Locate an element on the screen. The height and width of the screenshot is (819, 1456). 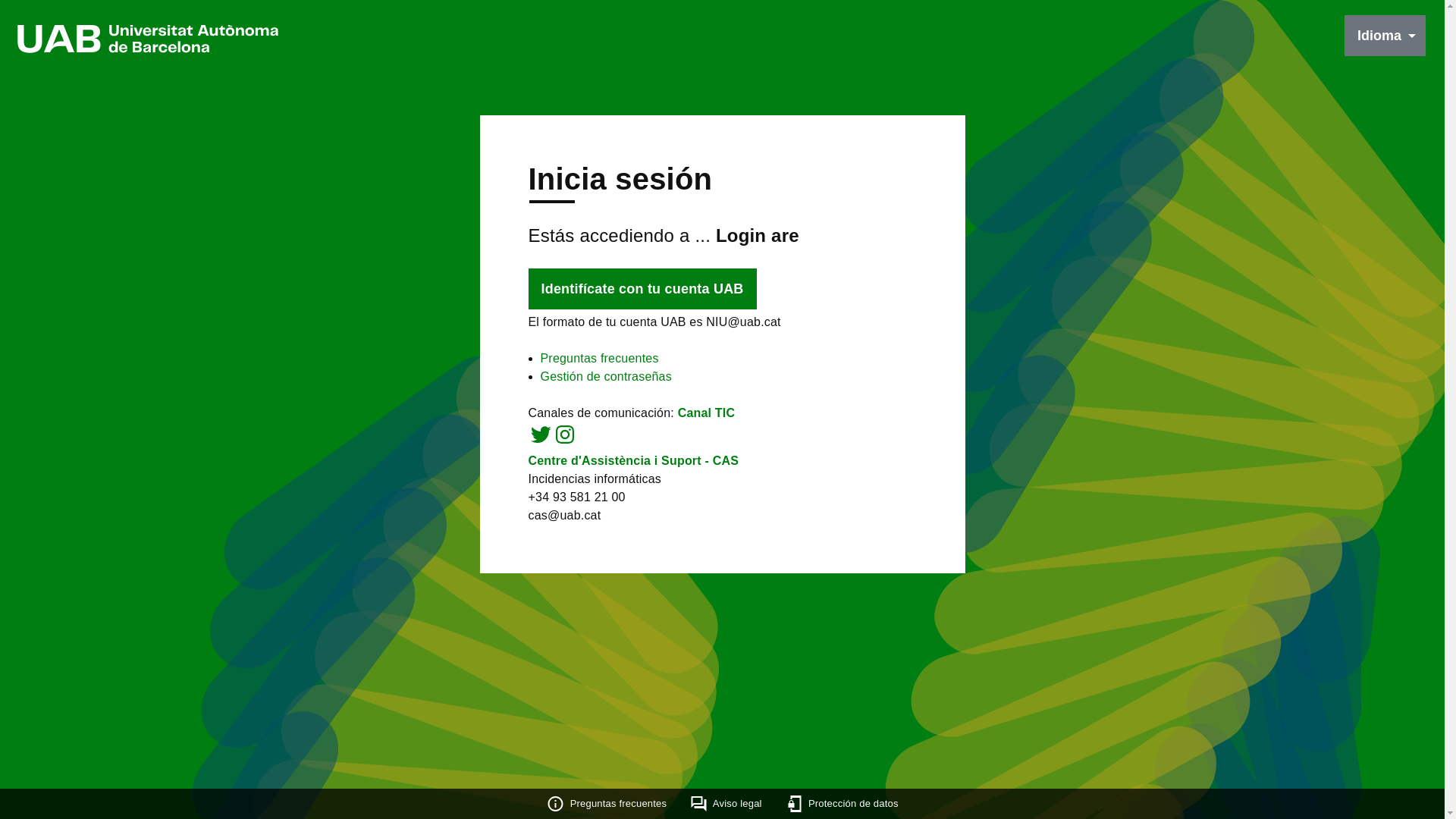
'Preguntas frecuentes' is located at coordinates (598, 358).